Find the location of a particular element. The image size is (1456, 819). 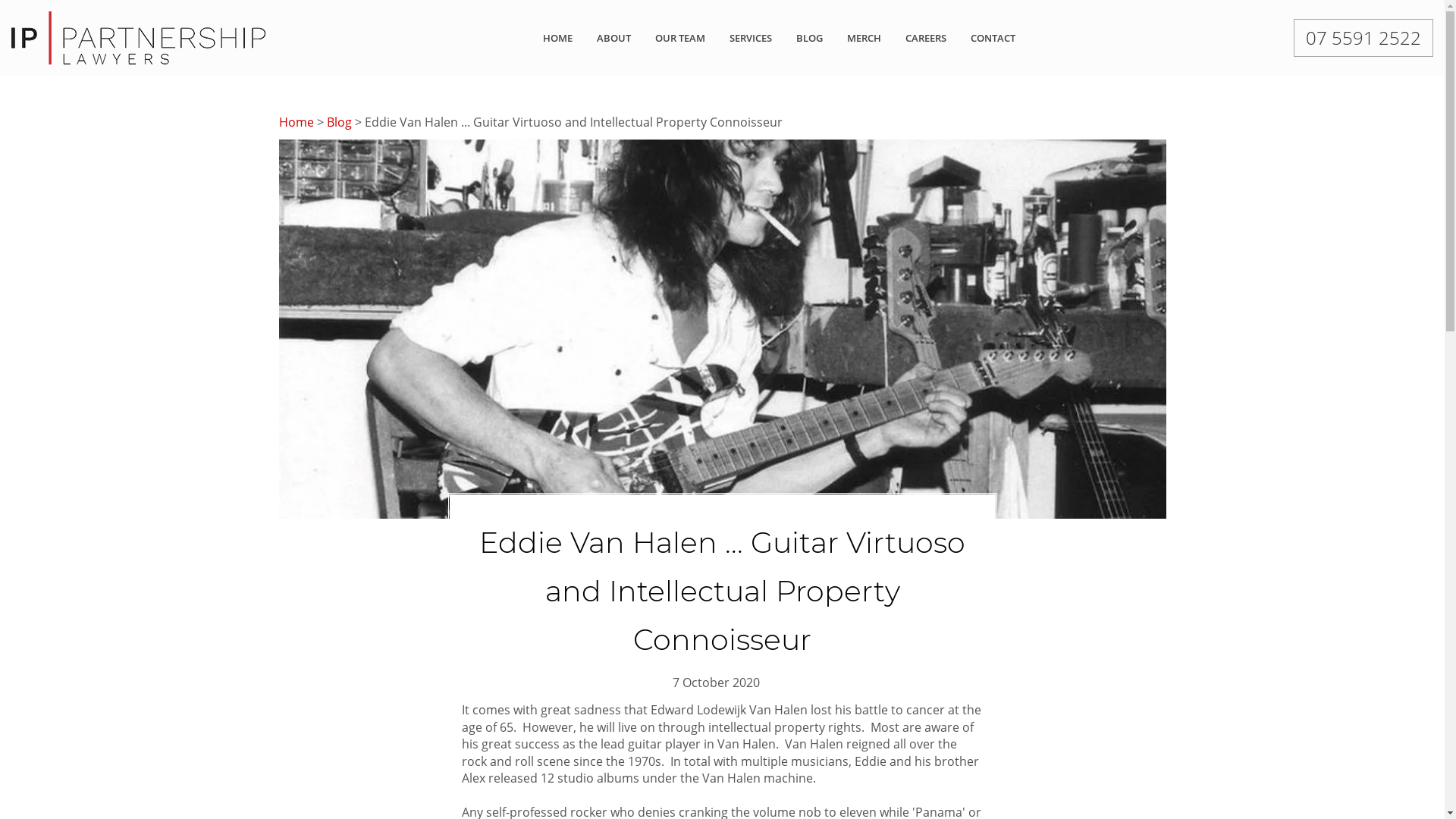

'Blog' is located at coordinates (337, 121).